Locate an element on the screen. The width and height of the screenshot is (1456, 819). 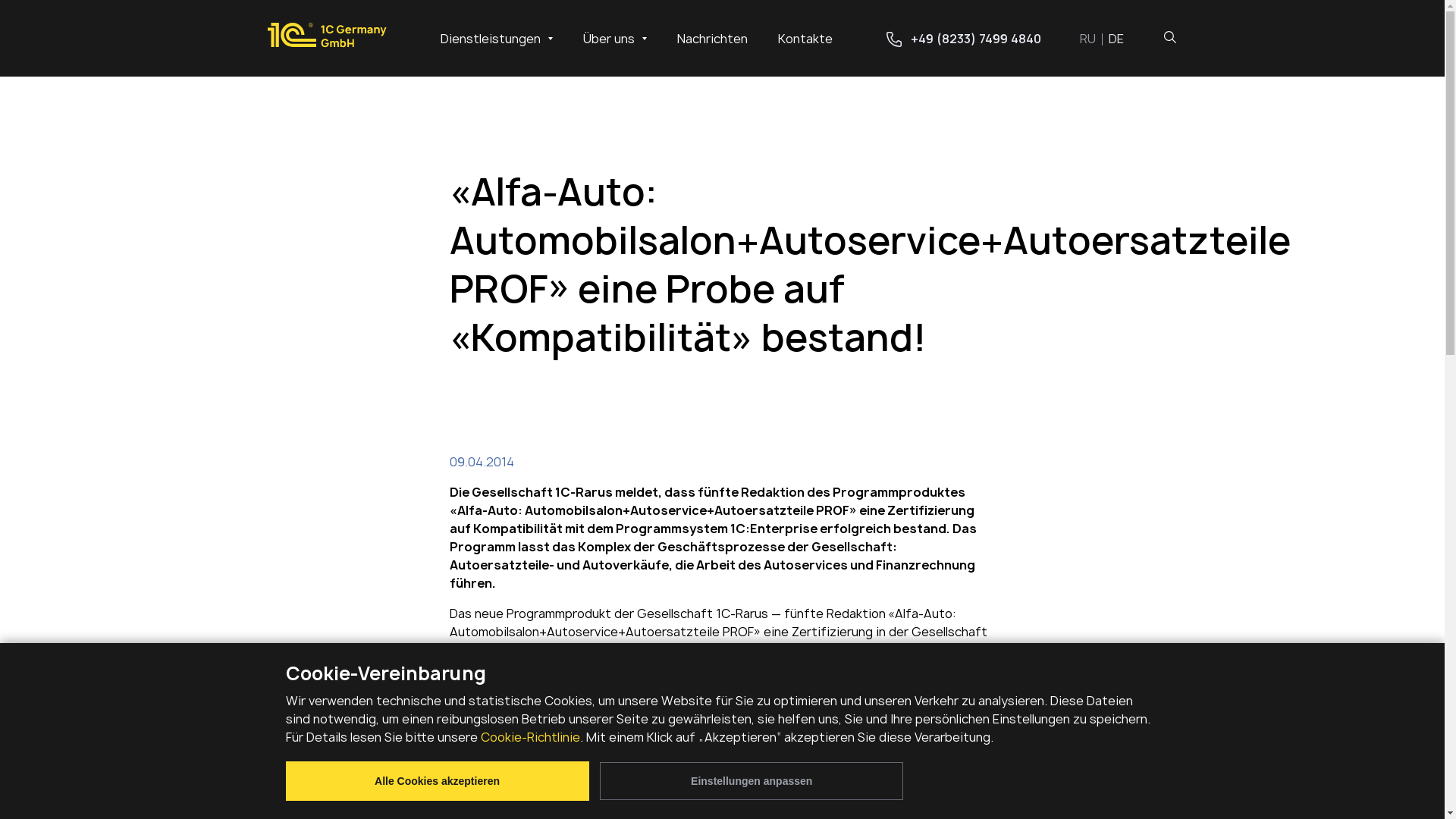
'Kontakte' is located at coordinates (804, 37).